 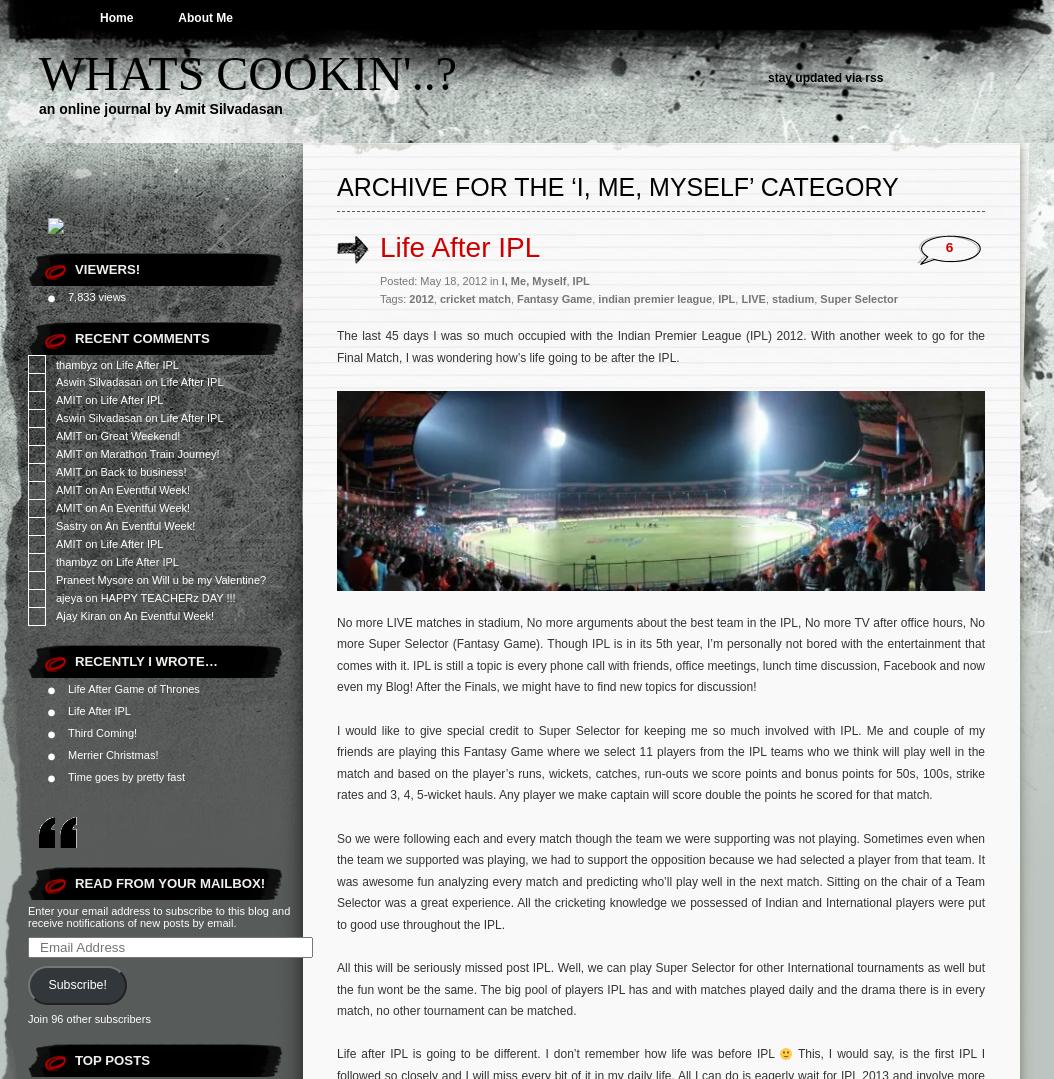 What do you see at coordinates (112, 754) in the screenshot?
I see `'Merrier Christmas!'` at bounding box center [112, 754].